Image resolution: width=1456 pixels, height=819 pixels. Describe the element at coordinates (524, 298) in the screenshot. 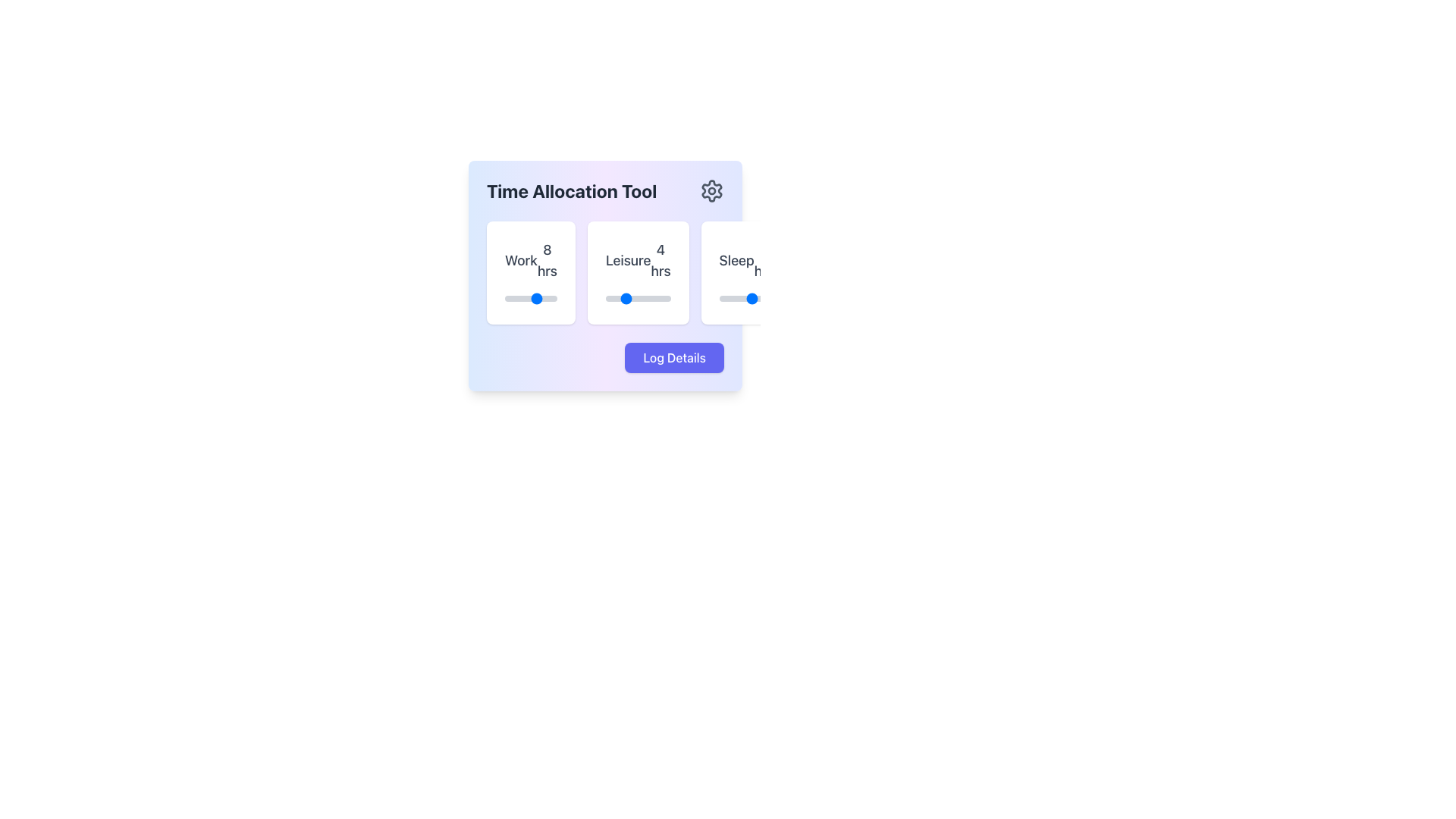

I see `work hours` at that location.